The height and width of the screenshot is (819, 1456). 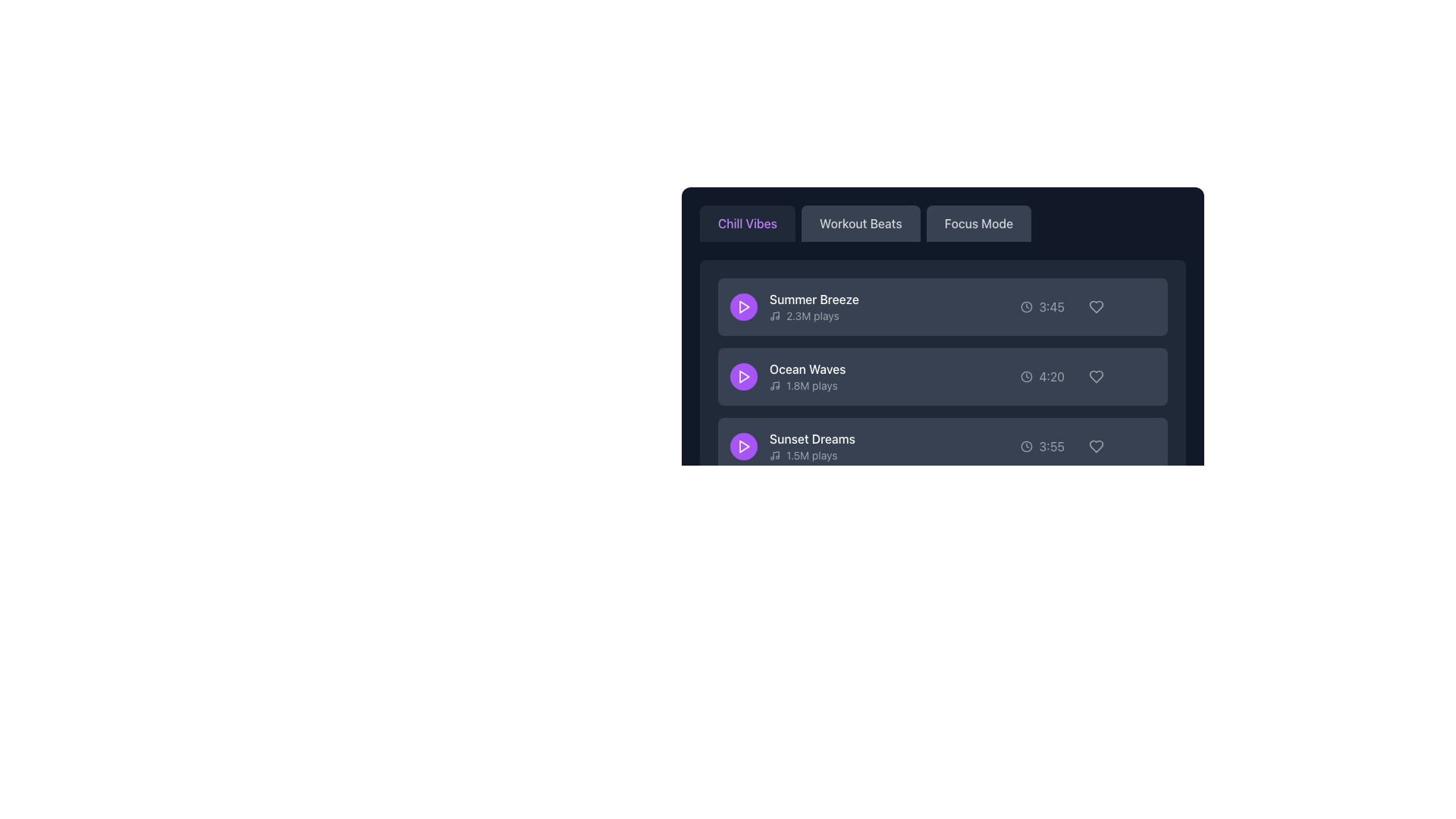 What do you see at coordinates (1027, 307) in the screenshot?
I see `the SVG Circle element that is part of the decorative clock icon located at the top right corner of the first music track row, adjacent to the track's duration` at bounding box center [1027, 307].